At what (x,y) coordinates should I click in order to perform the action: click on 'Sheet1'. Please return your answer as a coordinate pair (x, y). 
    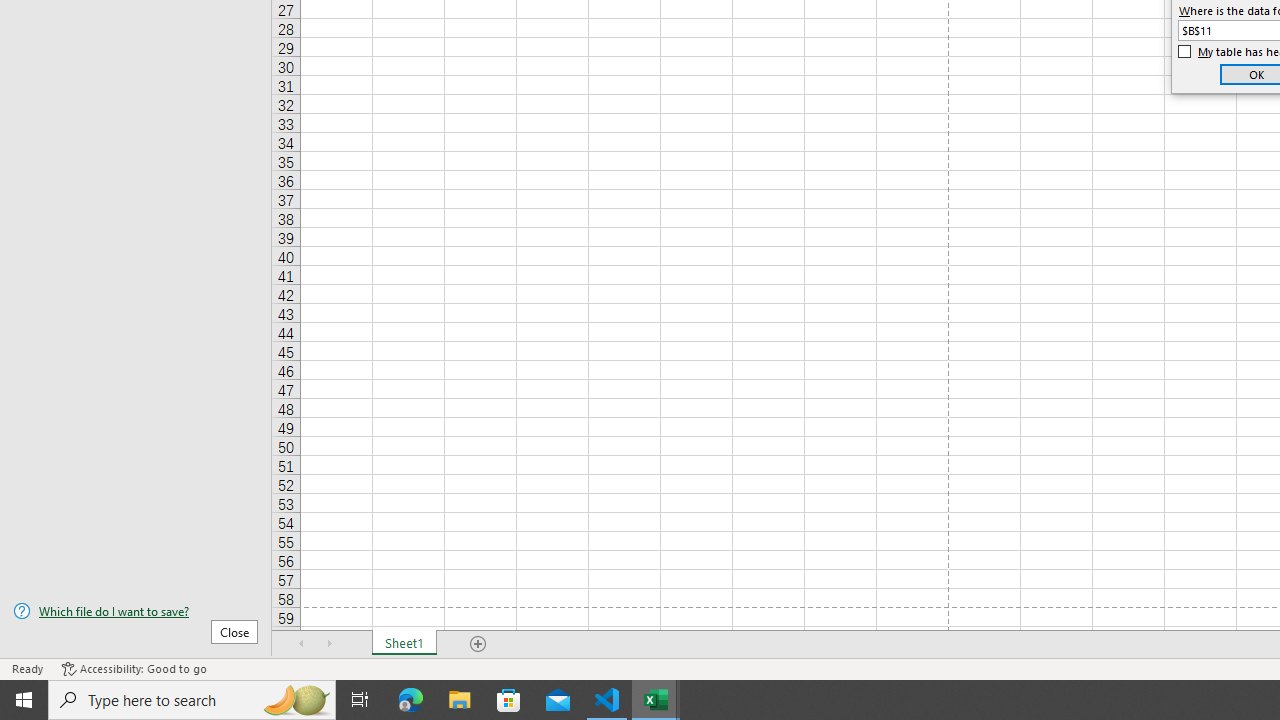
    Looking at the image, I should click on (403, 644).